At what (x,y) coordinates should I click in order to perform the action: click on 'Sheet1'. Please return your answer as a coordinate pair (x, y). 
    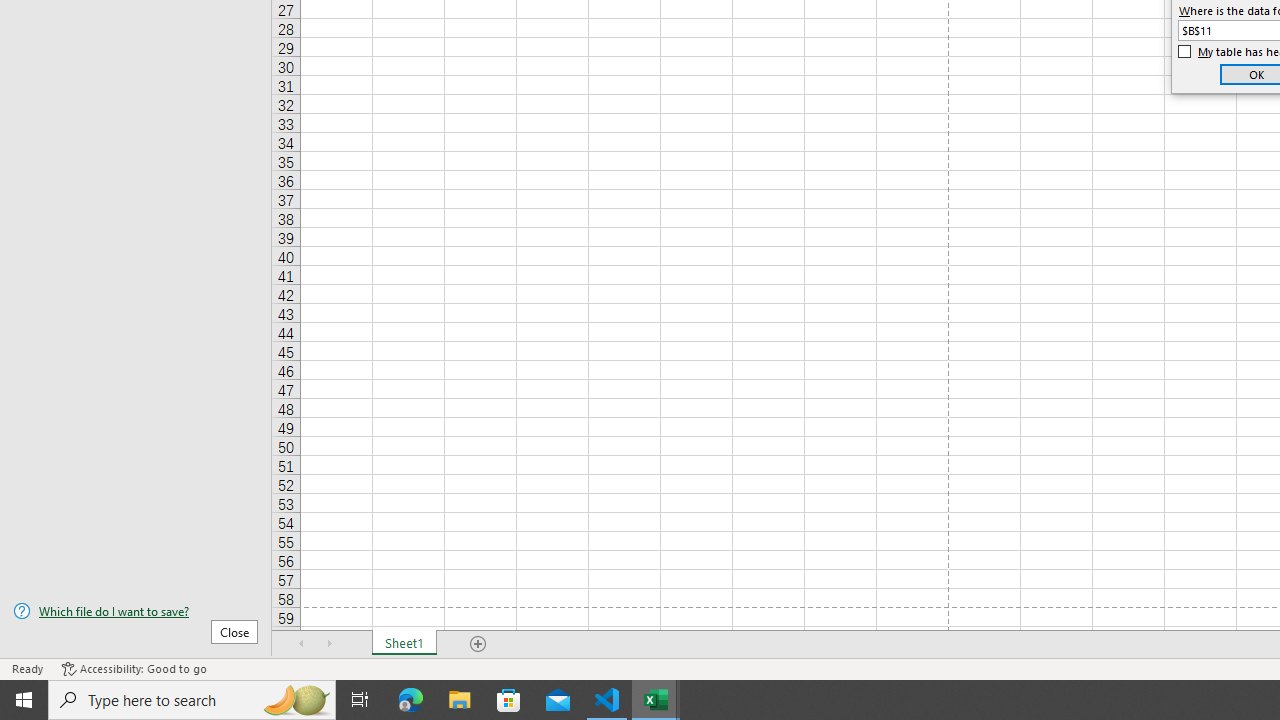
    Looking at the image, I should click on (403, 644).